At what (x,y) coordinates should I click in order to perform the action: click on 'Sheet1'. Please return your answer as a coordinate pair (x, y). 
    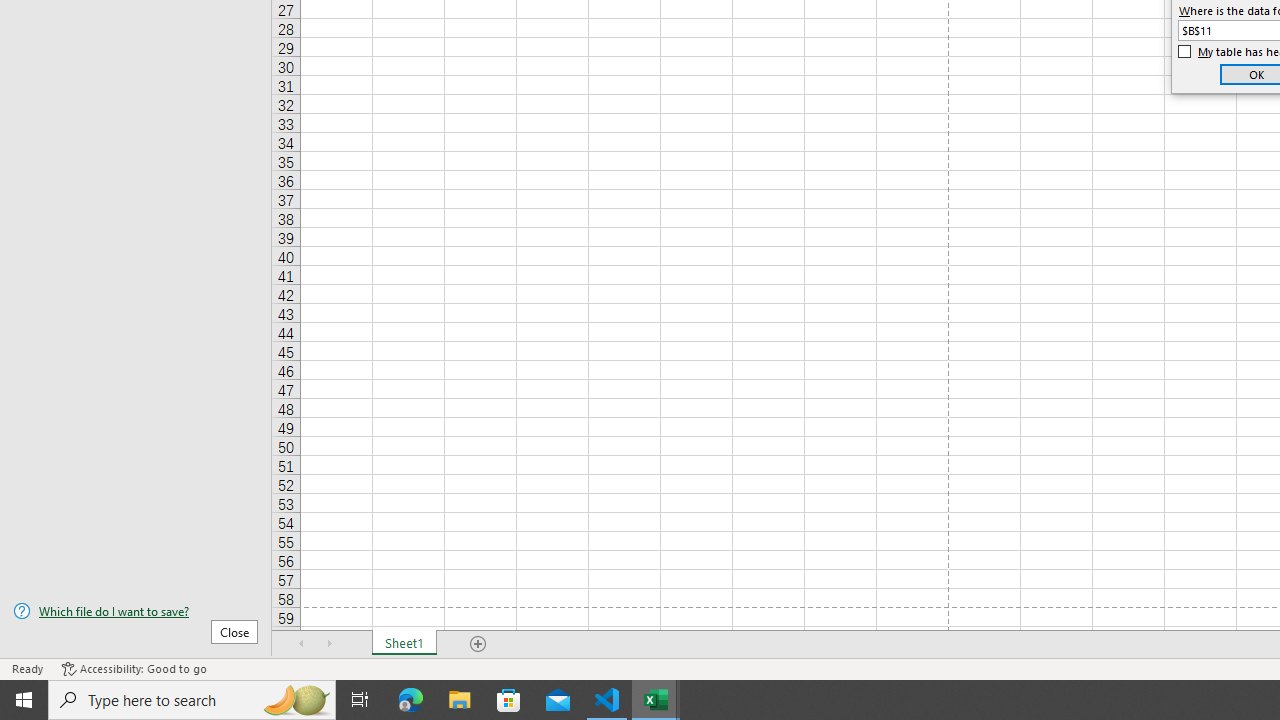
    Looking at the image, I should click on (403, 644).